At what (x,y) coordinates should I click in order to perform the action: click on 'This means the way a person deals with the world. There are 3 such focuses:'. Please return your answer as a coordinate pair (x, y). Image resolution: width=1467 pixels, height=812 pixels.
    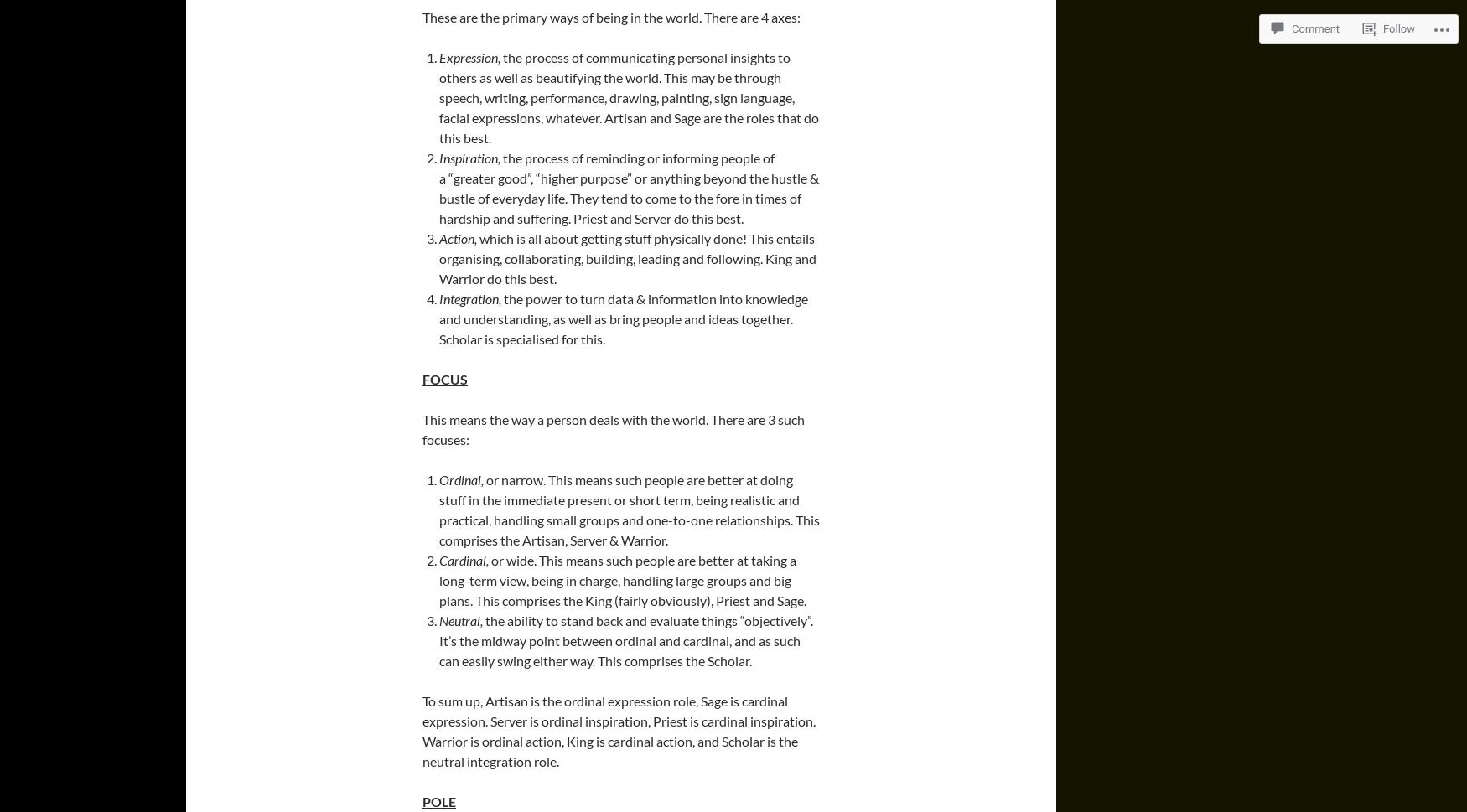
    Looking at the image, I should click on (421, 428).